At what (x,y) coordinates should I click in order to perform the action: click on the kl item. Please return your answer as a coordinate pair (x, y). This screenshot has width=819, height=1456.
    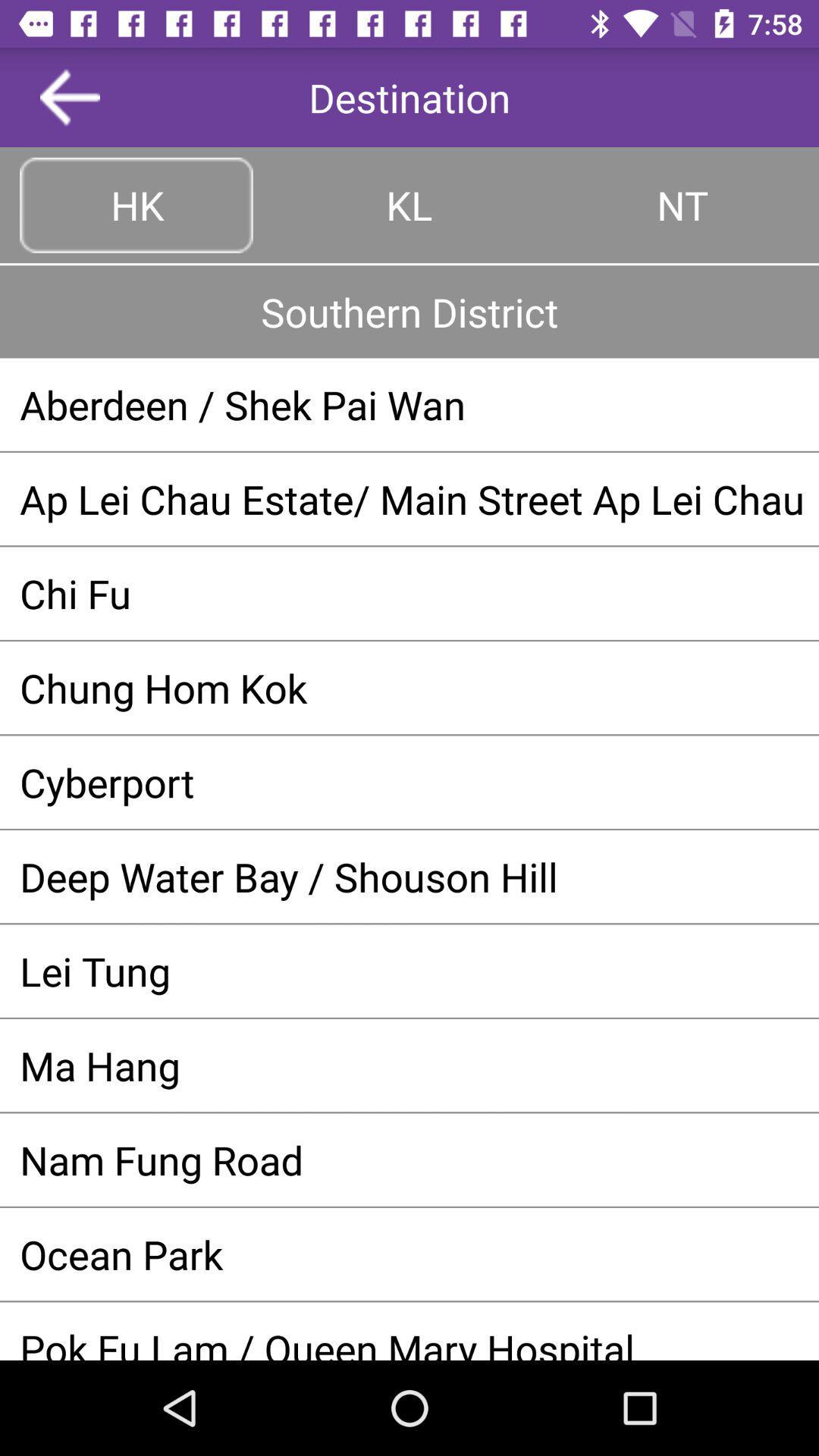
    Looking at the image, I should click on (409, 204).